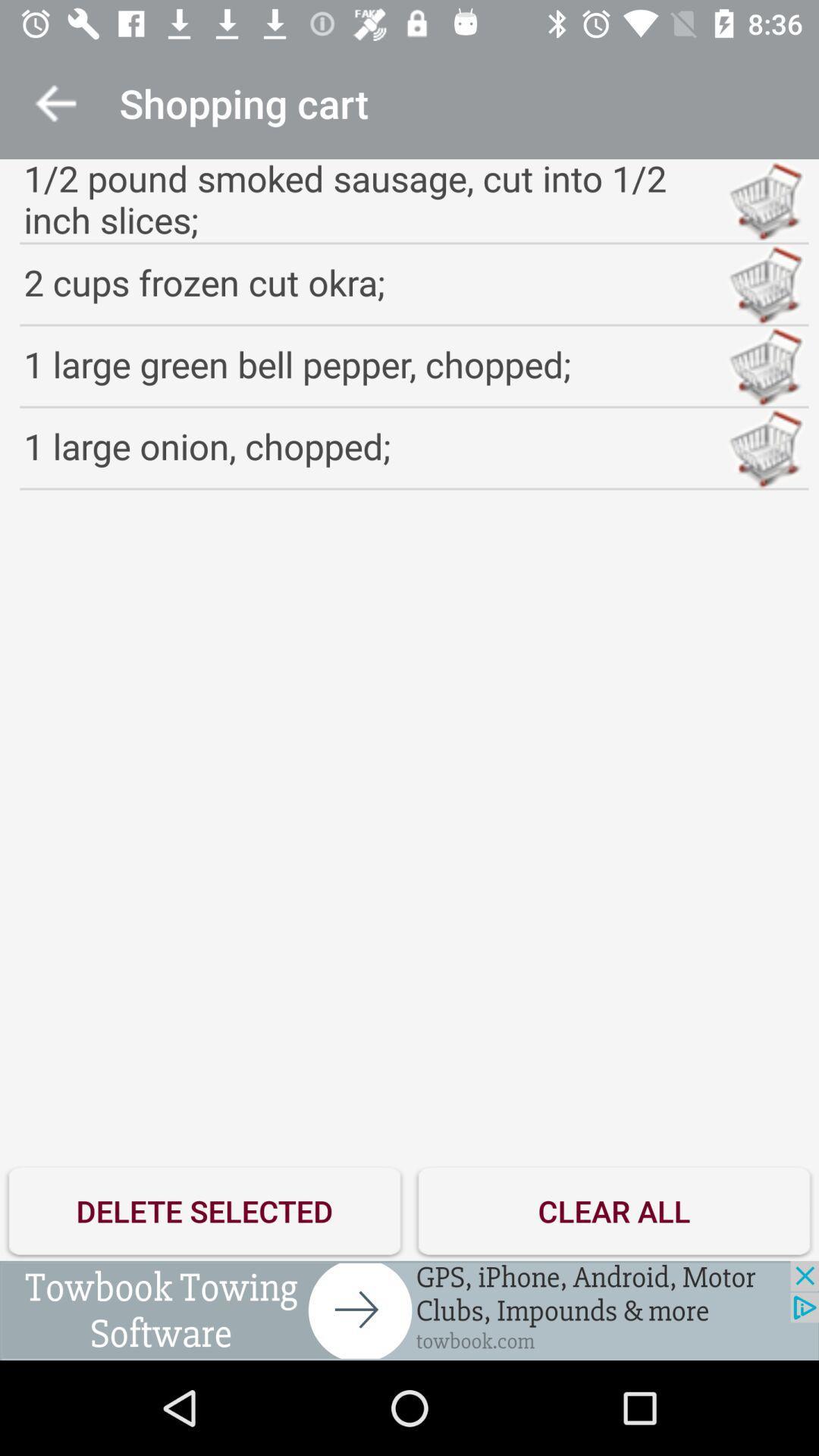 This screenshot has width=819, height=1456. What do you see at coordinates (409, 1310) in the screenshot?
I see `open advertisement` at bounding box center [409, 1310].